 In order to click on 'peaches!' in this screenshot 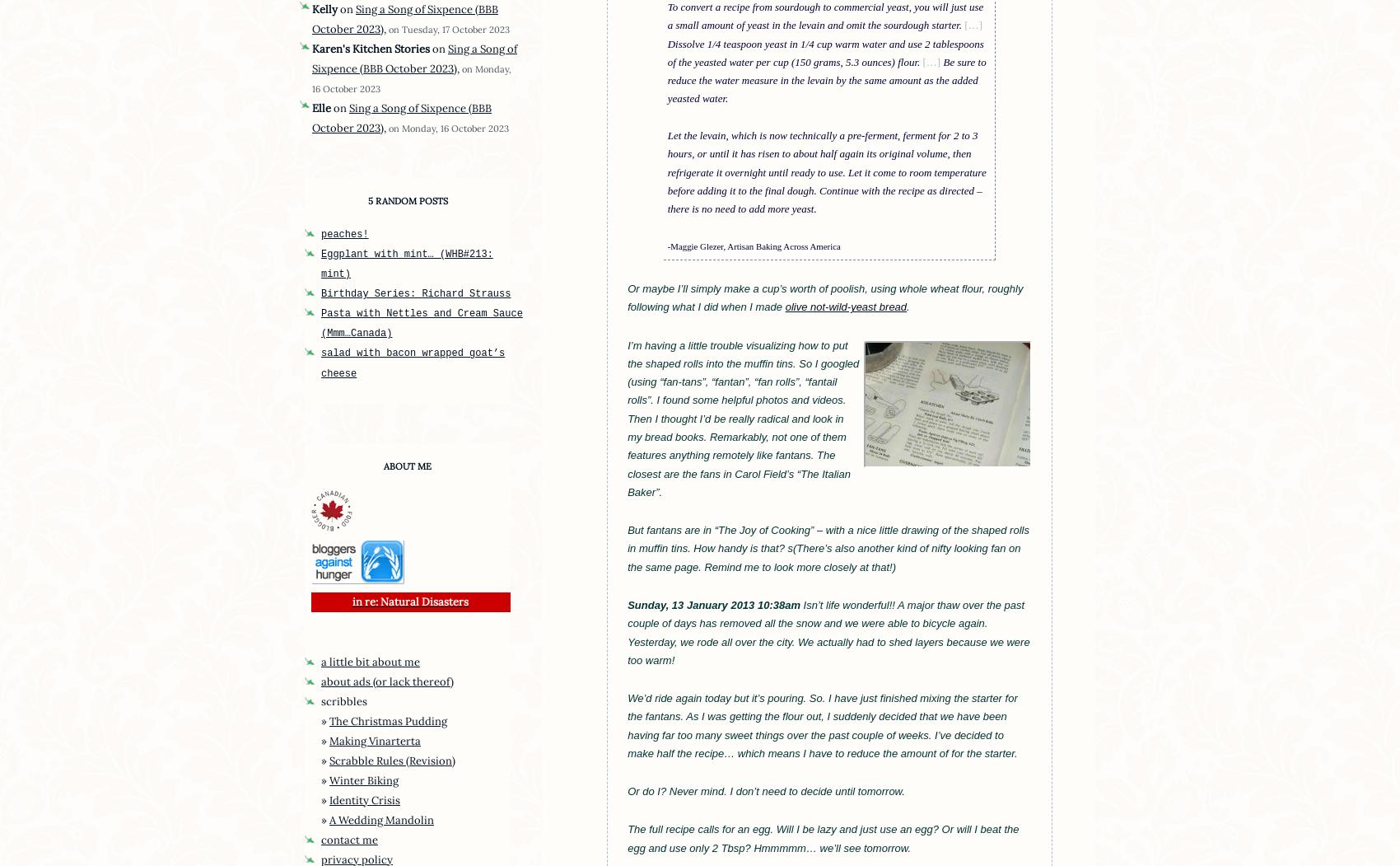, I will do `click(343, 233)`.